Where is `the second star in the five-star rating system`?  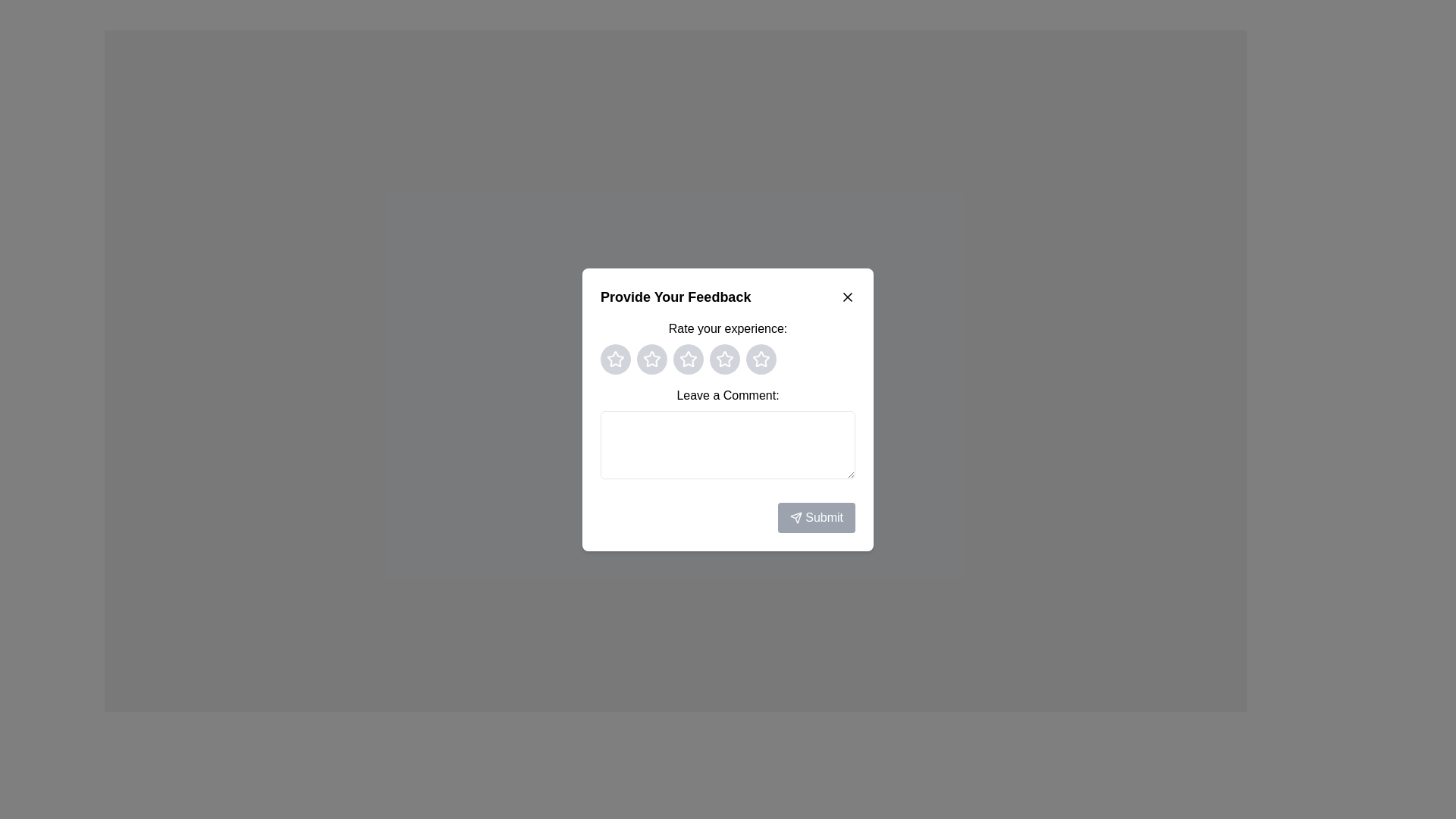 the second star in the five-star rating system is located at coordinates (651, 359).